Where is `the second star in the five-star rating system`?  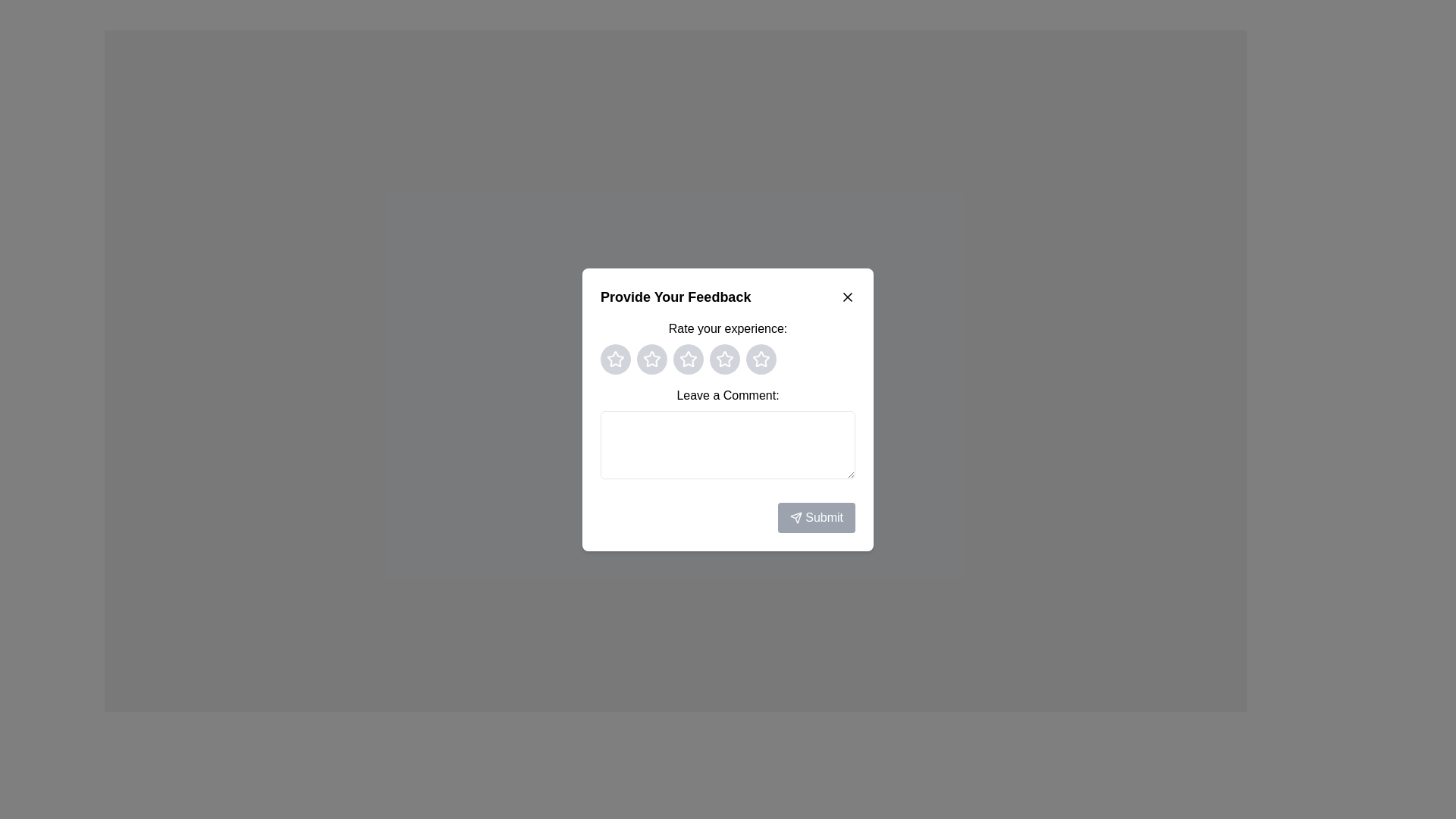 the second star in the five-star rating system is located at coordinates (651, 359).